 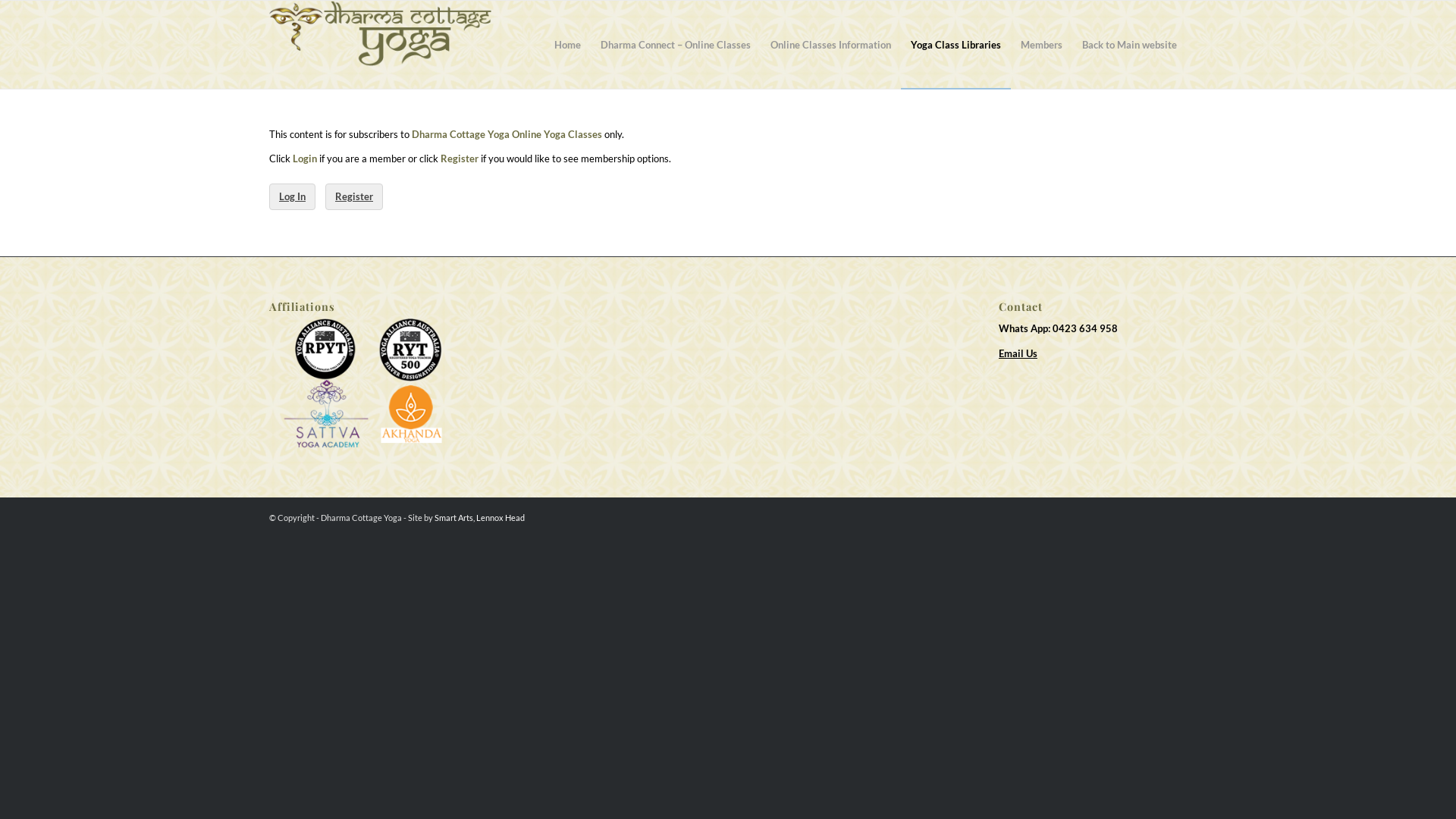 What do you see at coordinates (955, 43) in the screenshot?
I see `'Yoga Class Libraries'` at bounding box center [955, 43].